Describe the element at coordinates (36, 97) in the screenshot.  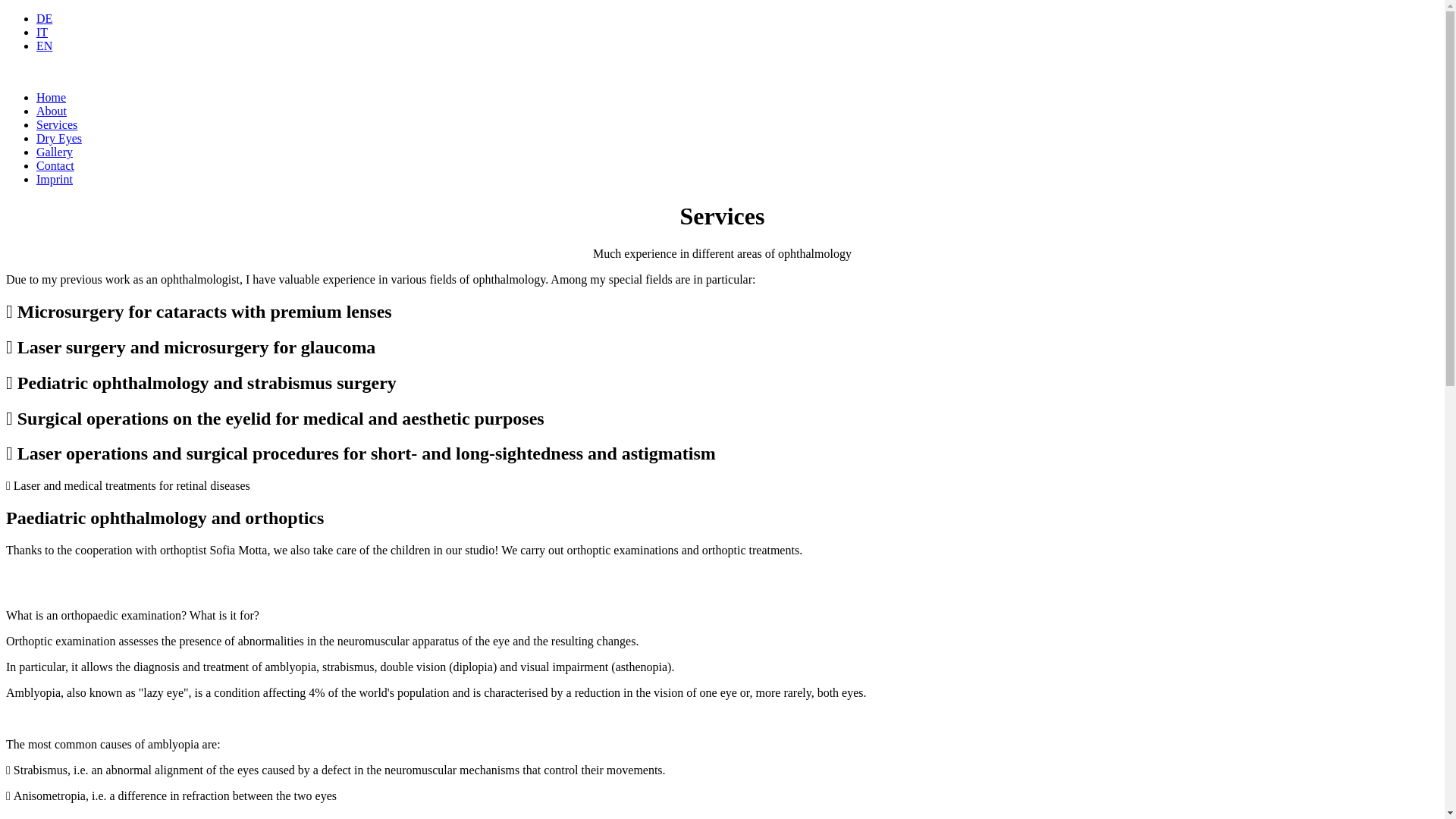
I see `'Home'` at that location.